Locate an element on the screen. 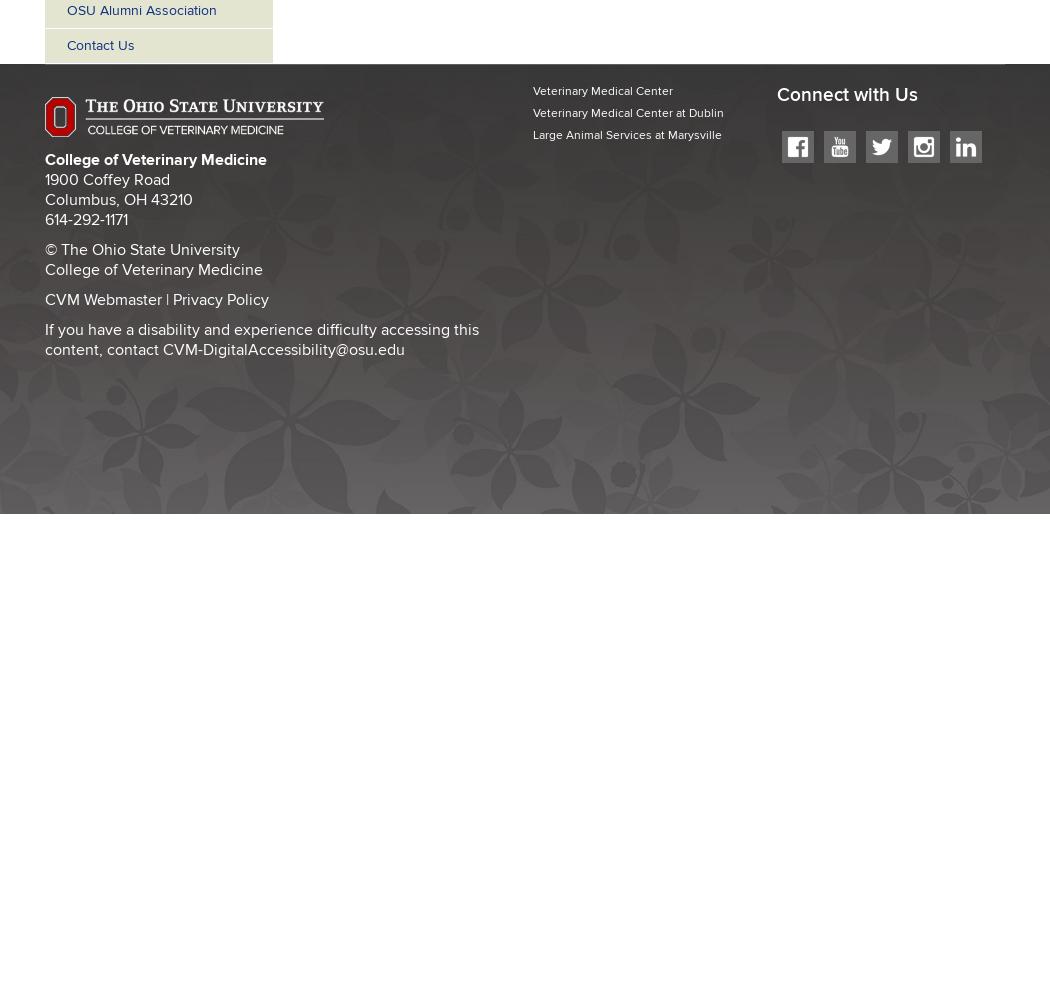 The height and width of the screenshot is (1000, 1050). 'Columbus, OH 43210' is located at coordinates (117, 198).